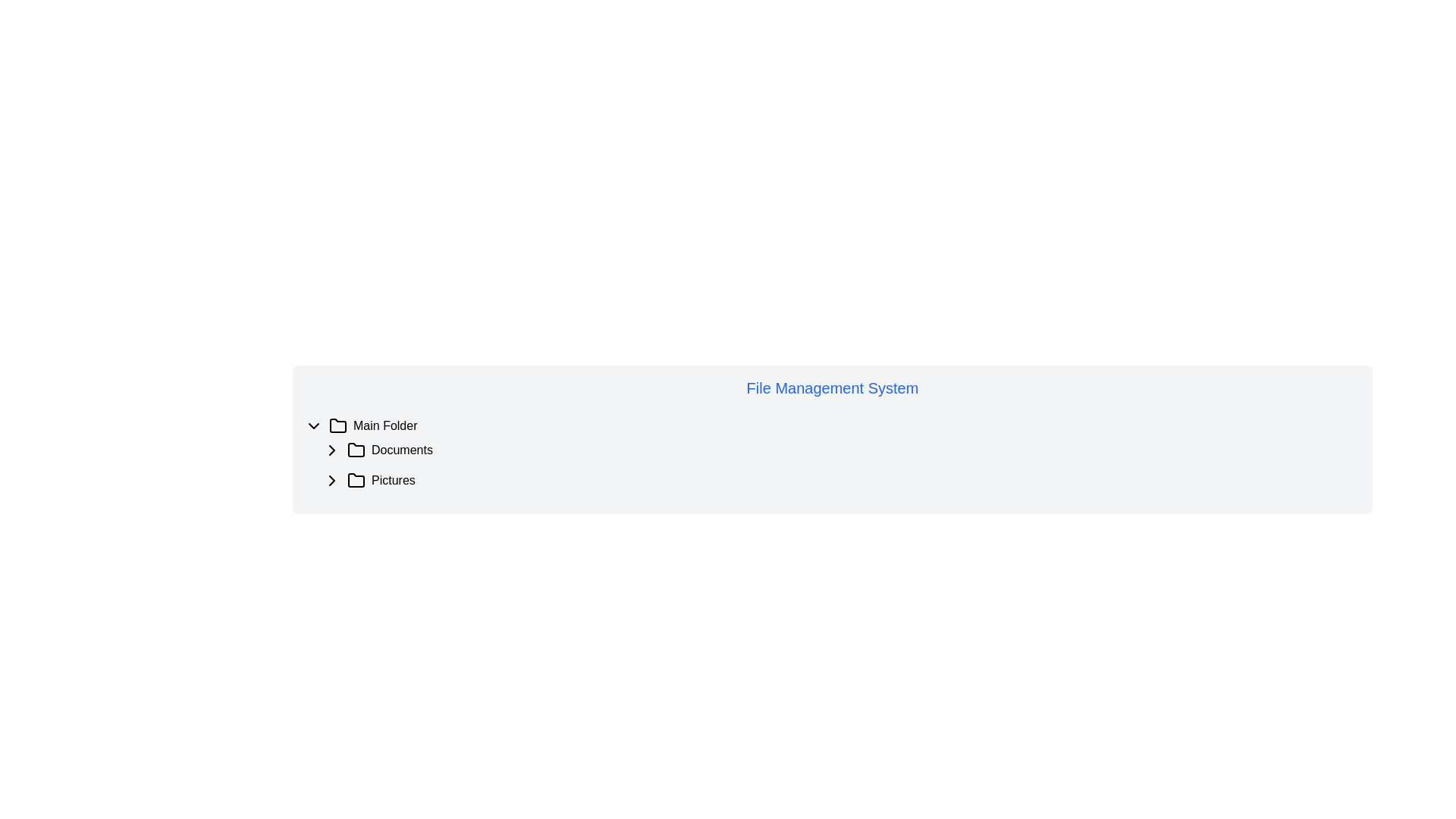  I want to click on the chevron icon next to the 'Pictures' folder, so click(331, 480).